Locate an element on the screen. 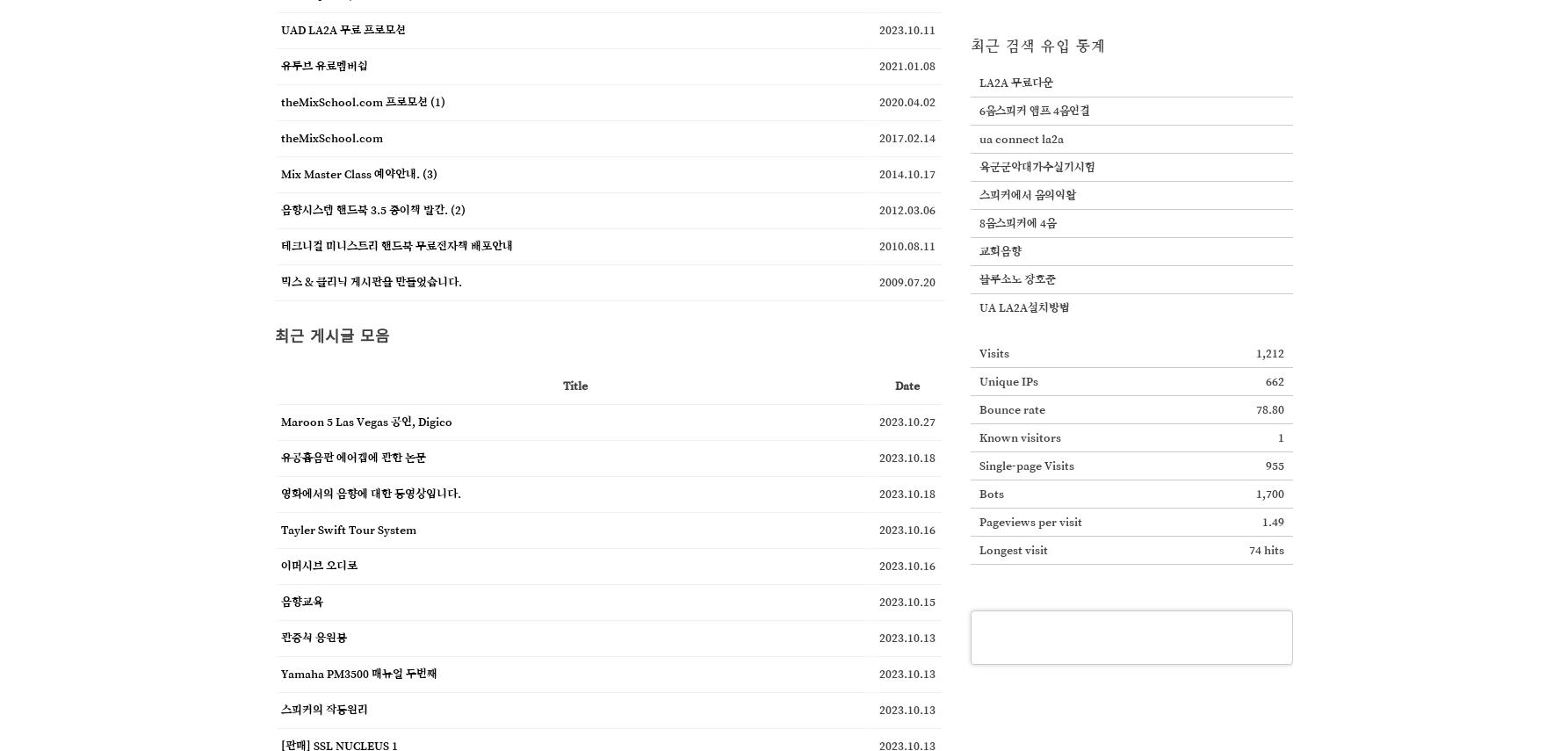 The image size is (1568, 751). 'Maroon 5 Las Vegas 공연, Digico' is located at coordinates (365, 420).